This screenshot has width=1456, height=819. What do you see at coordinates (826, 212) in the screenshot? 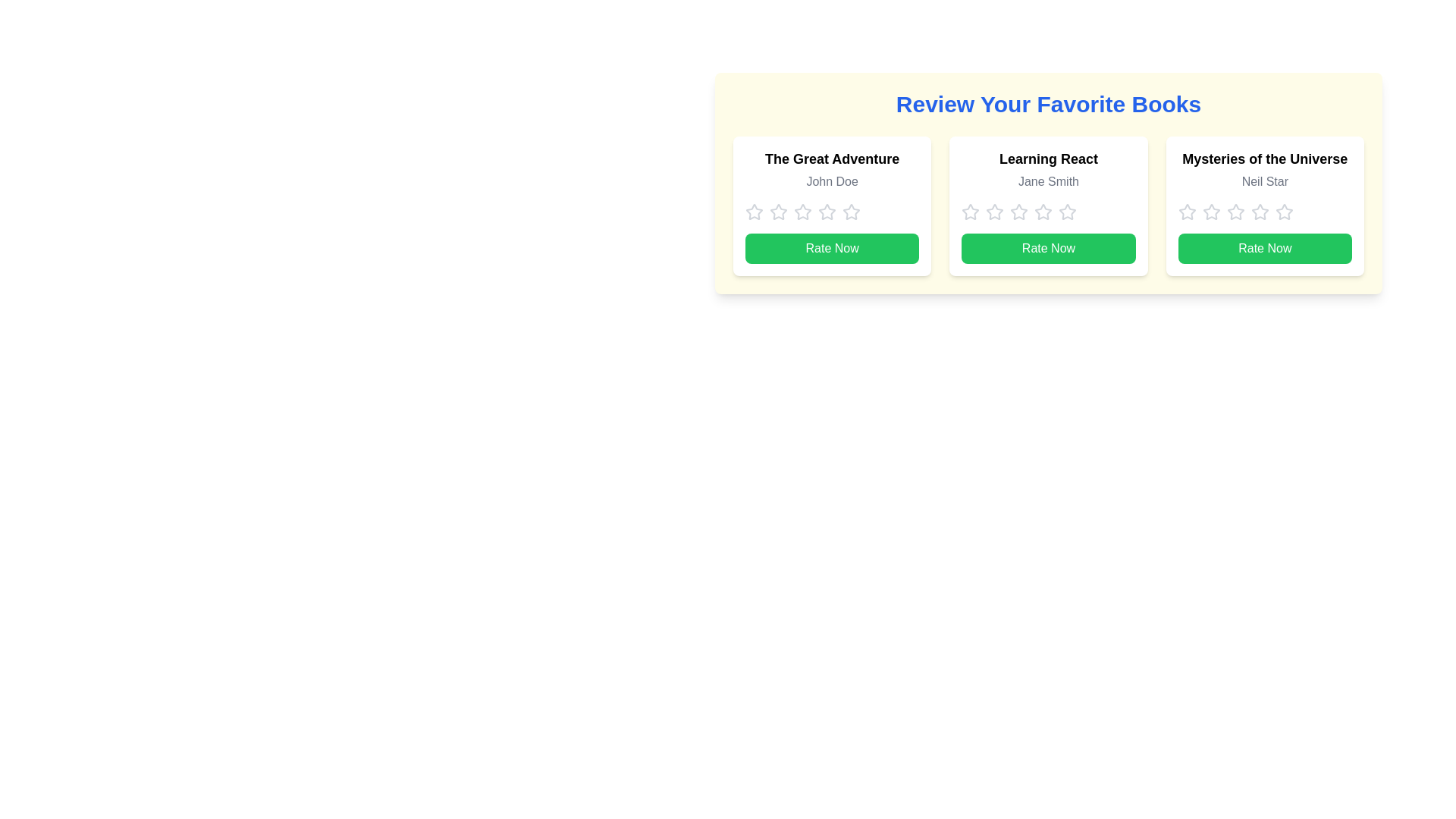
I see `the fourth star icon in the rating section of 'The Great Adventure' book card` at bounding box center [826, 212].